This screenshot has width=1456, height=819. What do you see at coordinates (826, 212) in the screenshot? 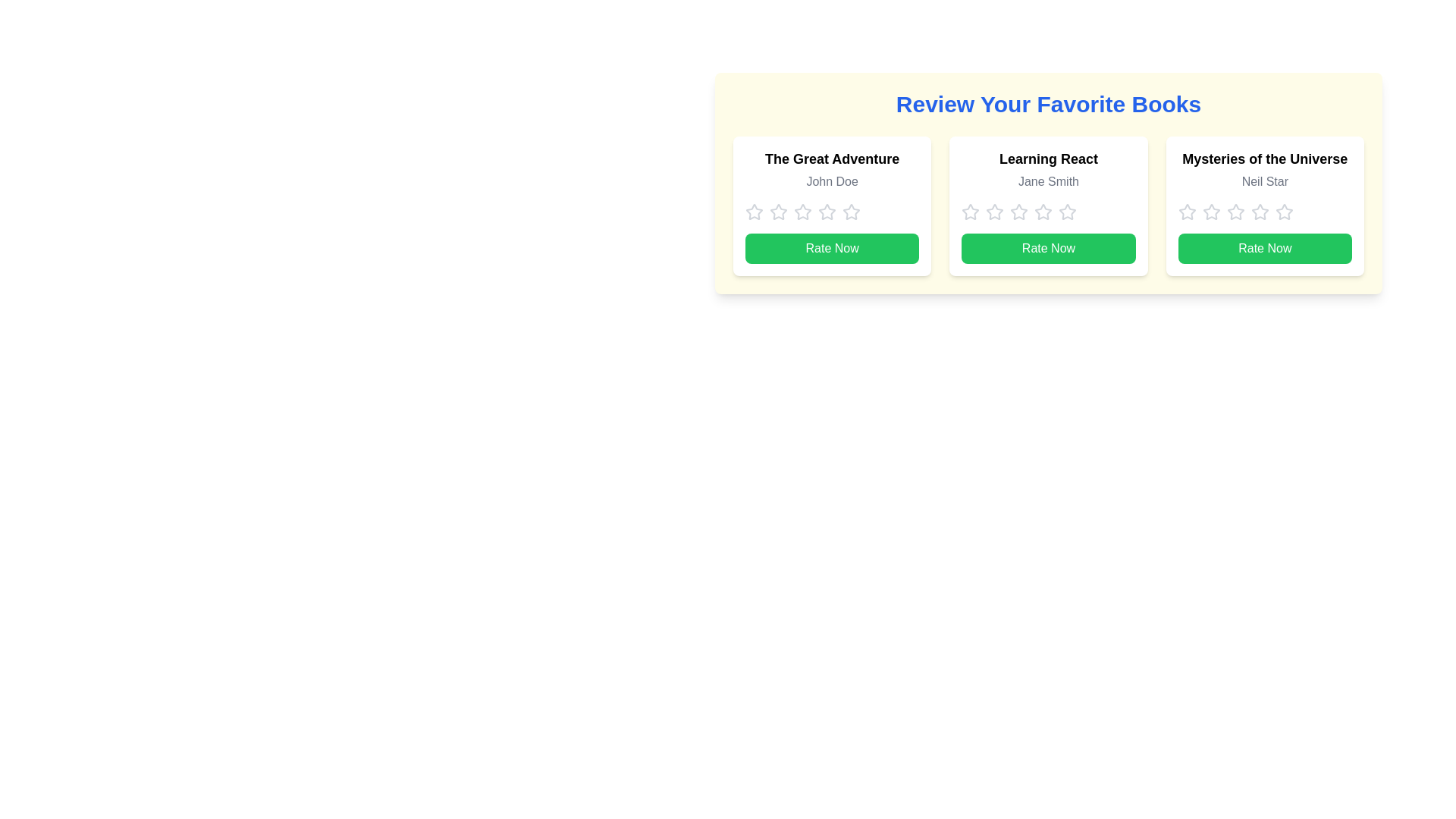
I see `the fourth star icon in the rating section of 'The Great Adventure' book card` at bounding box center [826, 212].